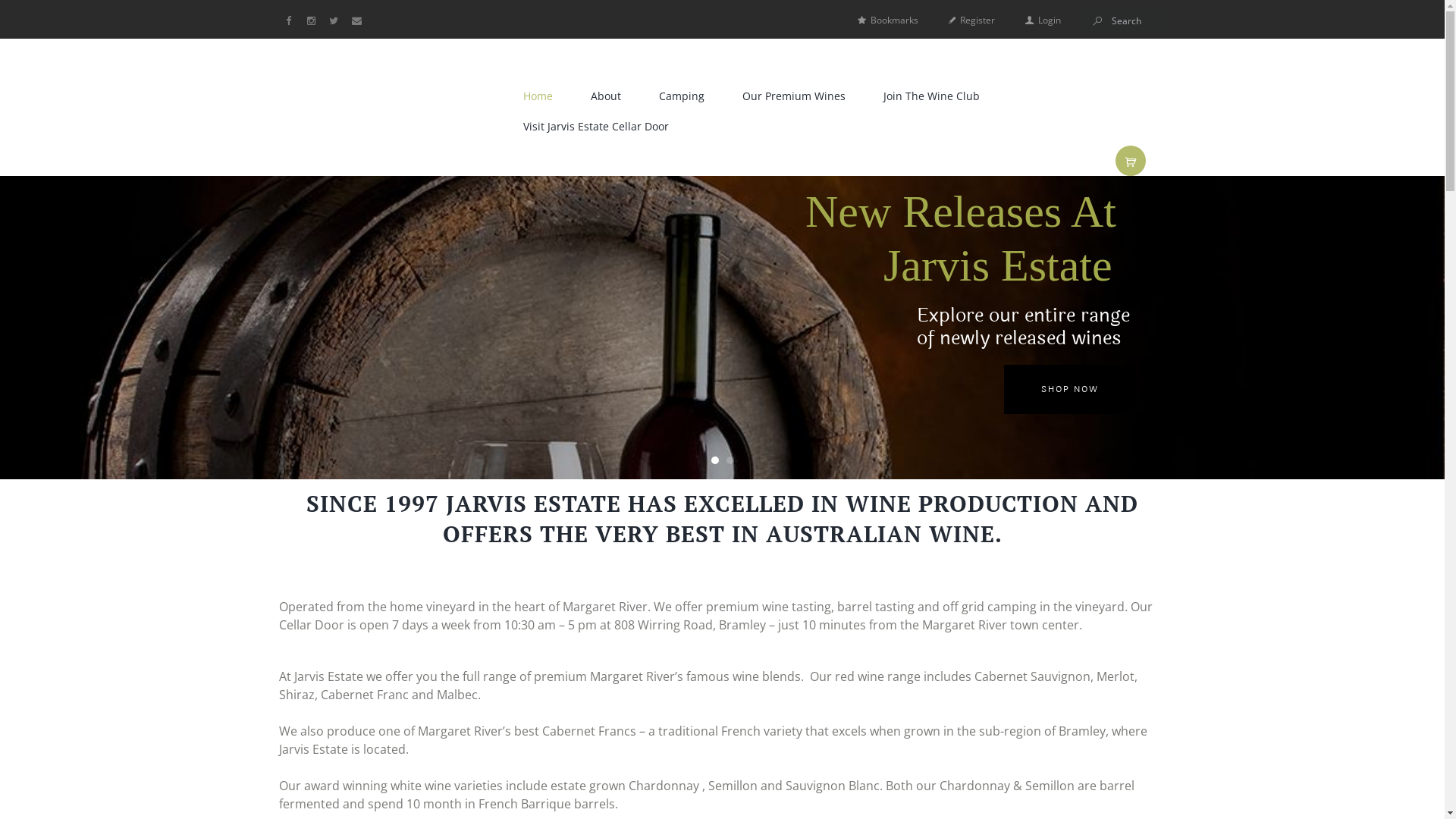 The height and width of the screenshot is (819, 1456). Describe the element at coordinates (679, 95) in the screenshot. I see `'Camping'` at that location.